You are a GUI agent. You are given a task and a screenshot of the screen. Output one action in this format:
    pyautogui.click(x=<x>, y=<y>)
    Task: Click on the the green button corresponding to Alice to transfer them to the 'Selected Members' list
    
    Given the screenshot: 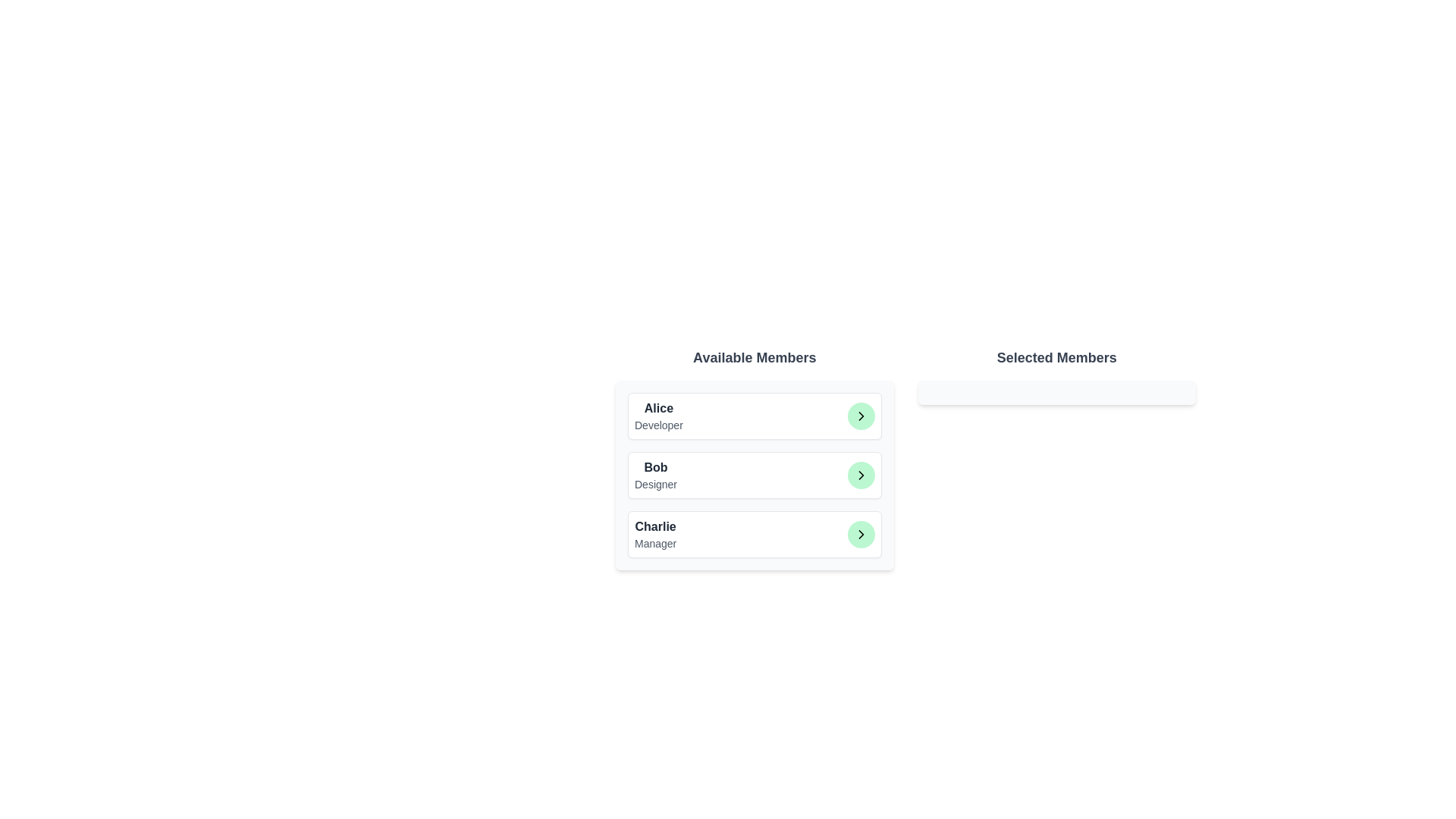 What is the action you would take?
    pyautogui.click(x=861, y=416)
    